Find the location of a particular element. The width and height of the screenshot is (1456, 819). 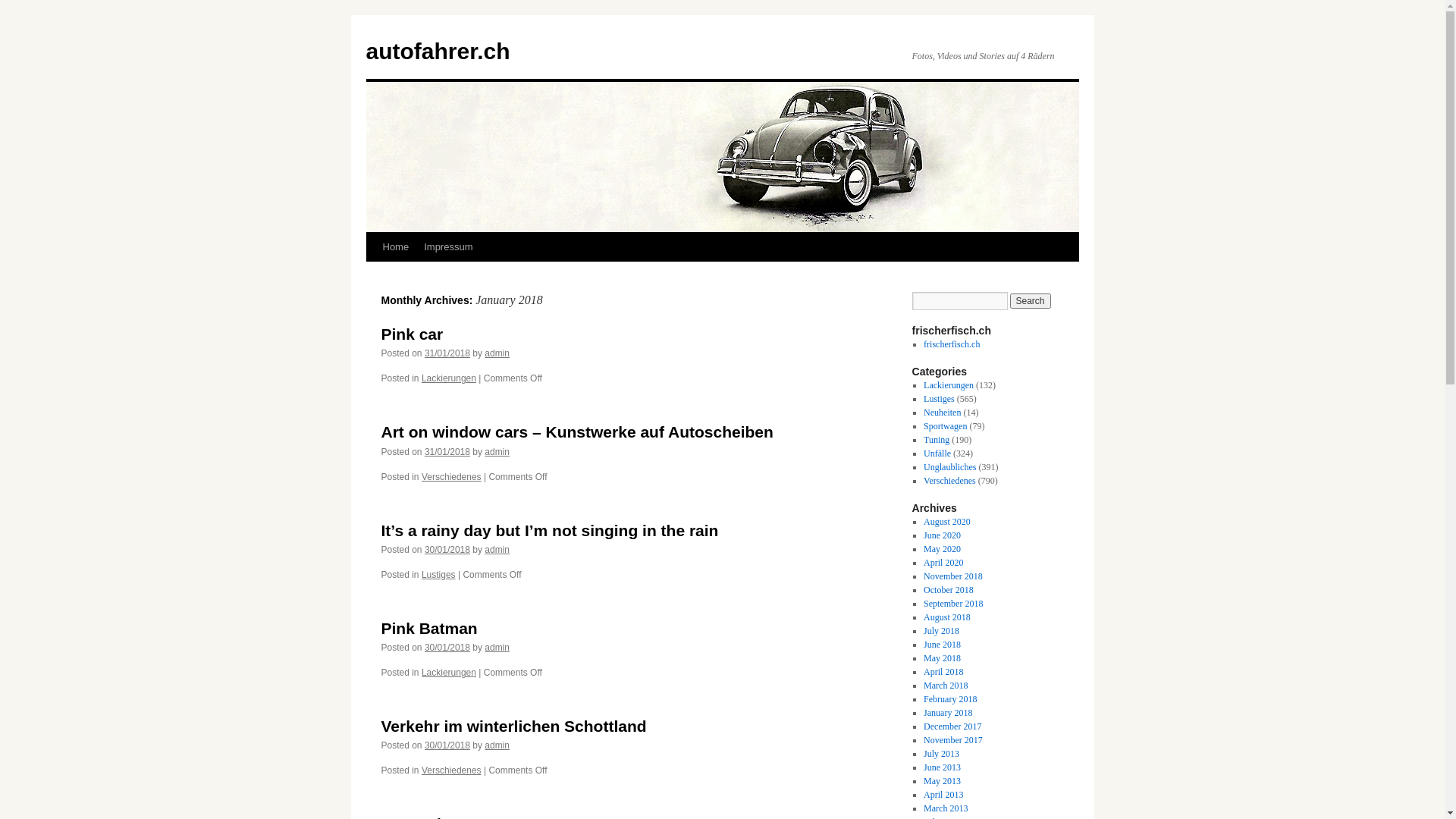

'Pink car' is located at coordinates (411, 333).